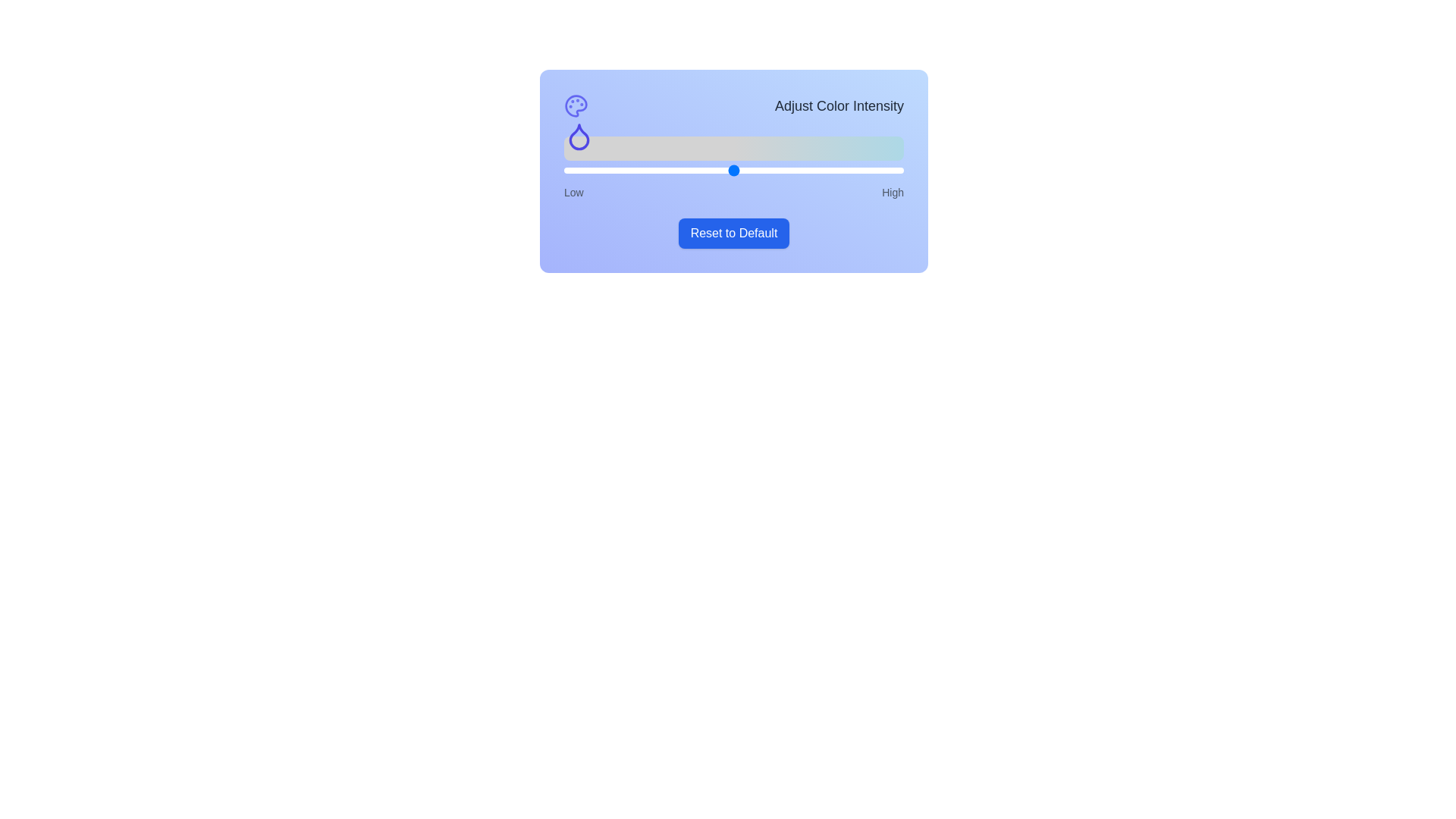 The image size is (1456, 819). I want to click on the slider to set the color intensity to 43, so click(709, 170).